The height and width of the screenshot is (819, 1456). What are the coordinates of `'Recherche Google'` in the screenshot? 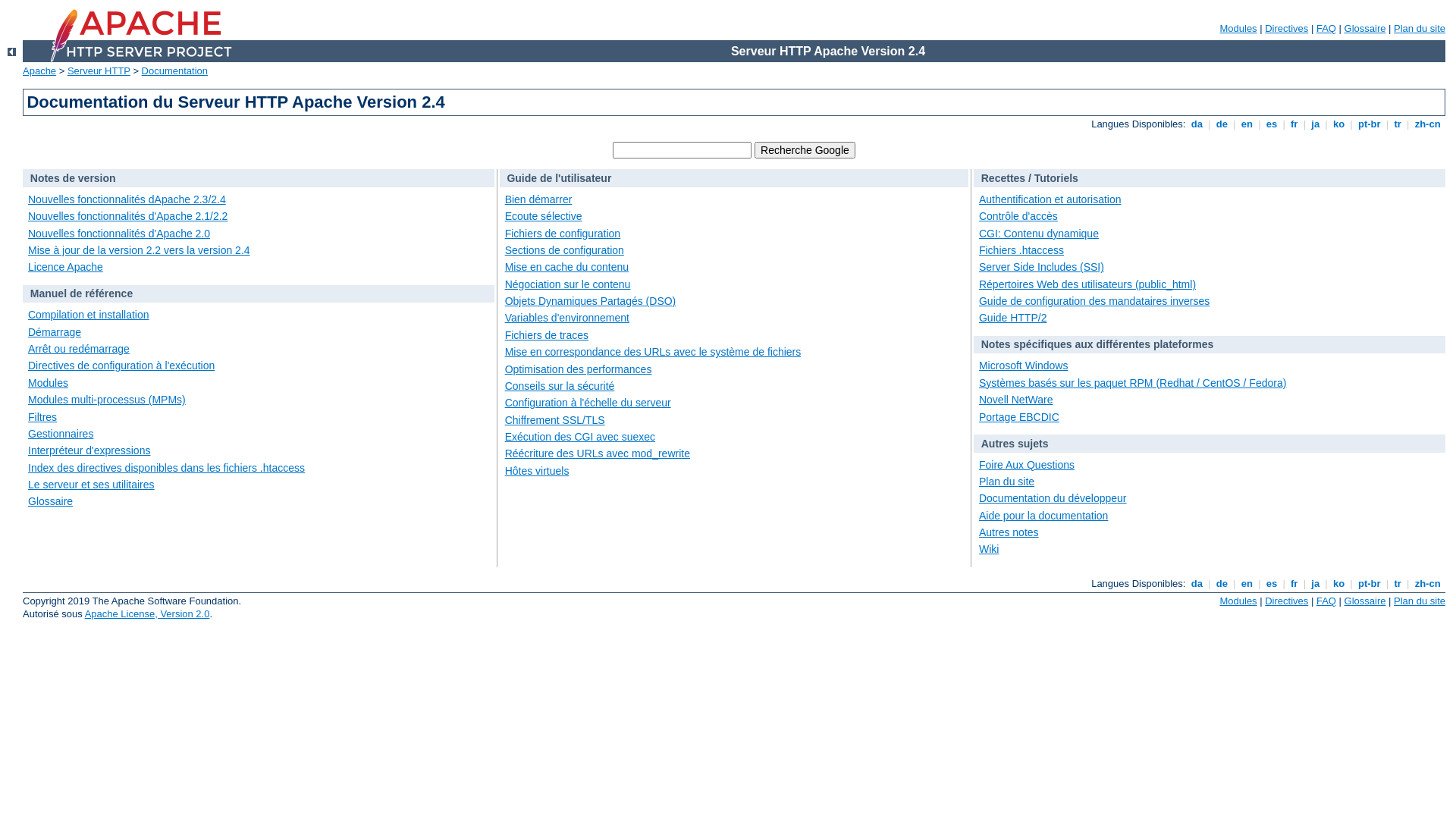 It's located at (754, 149).